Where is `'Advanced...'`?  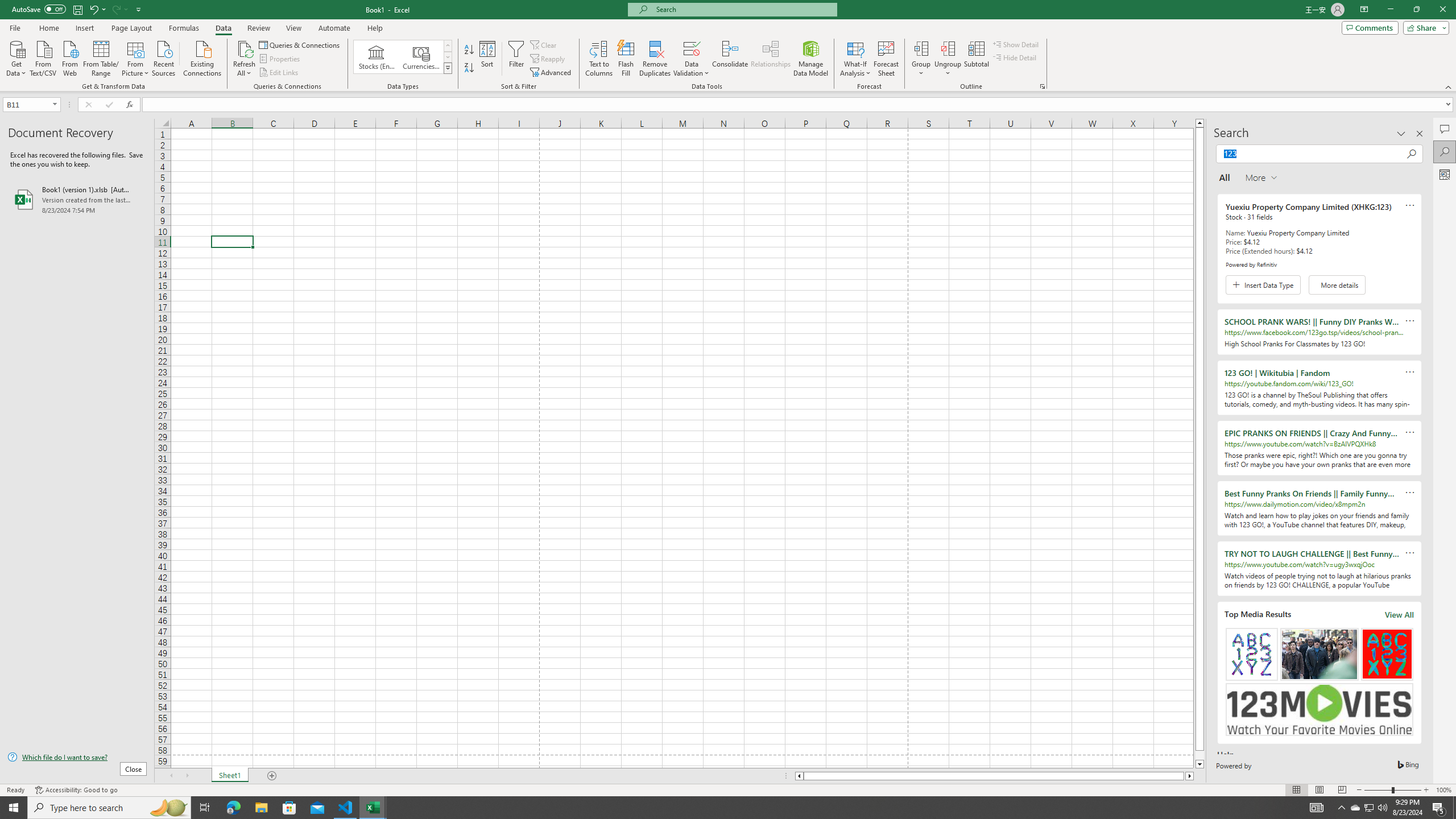 'Advanced...' is located at coordinates (552, 72).